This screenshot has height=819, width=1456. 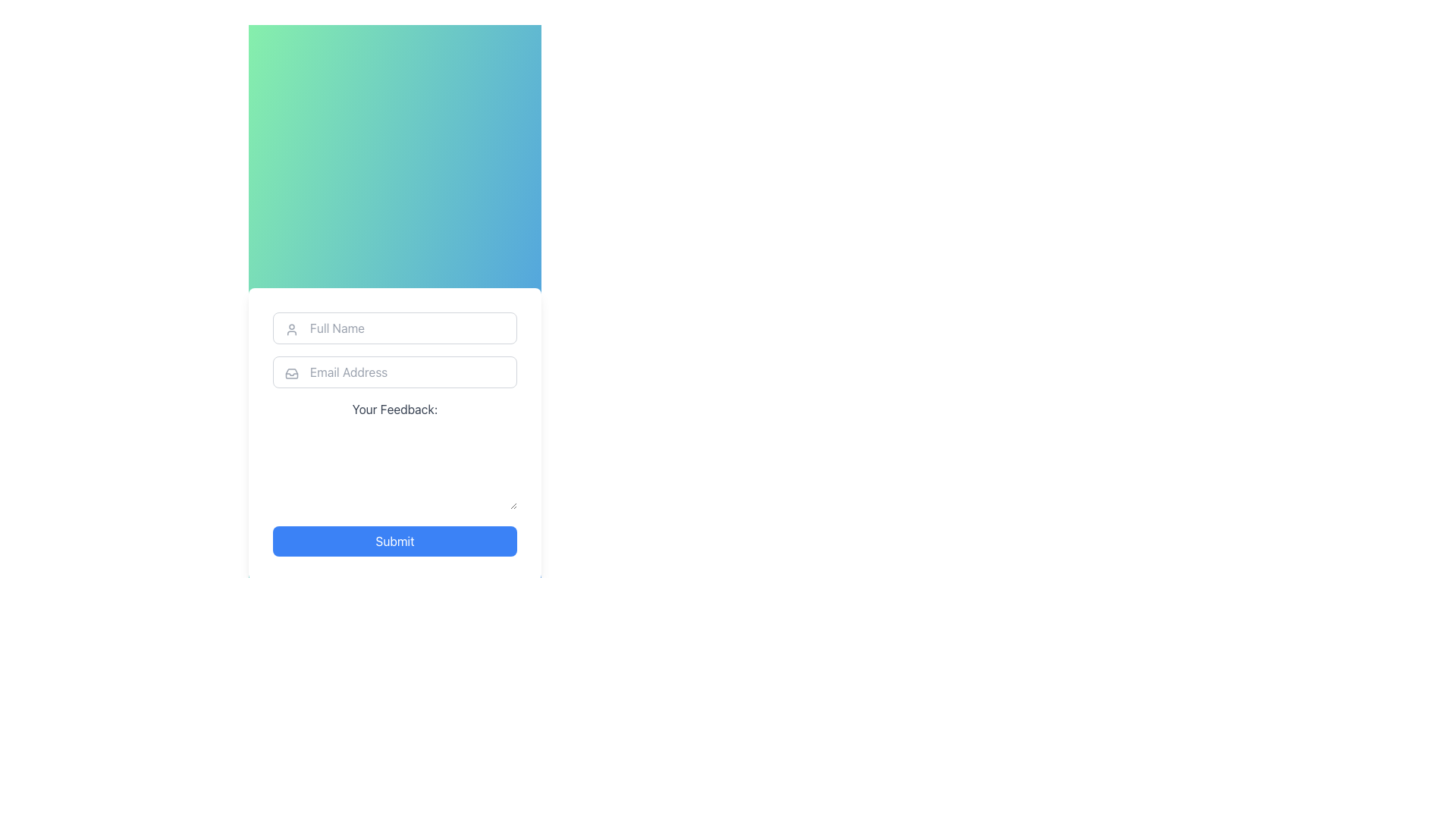 I want to click on the text label that displays 'Your Feedback:' positioned between the 'Email Address' field and the feedback textarea, so click(x=395, y=409).